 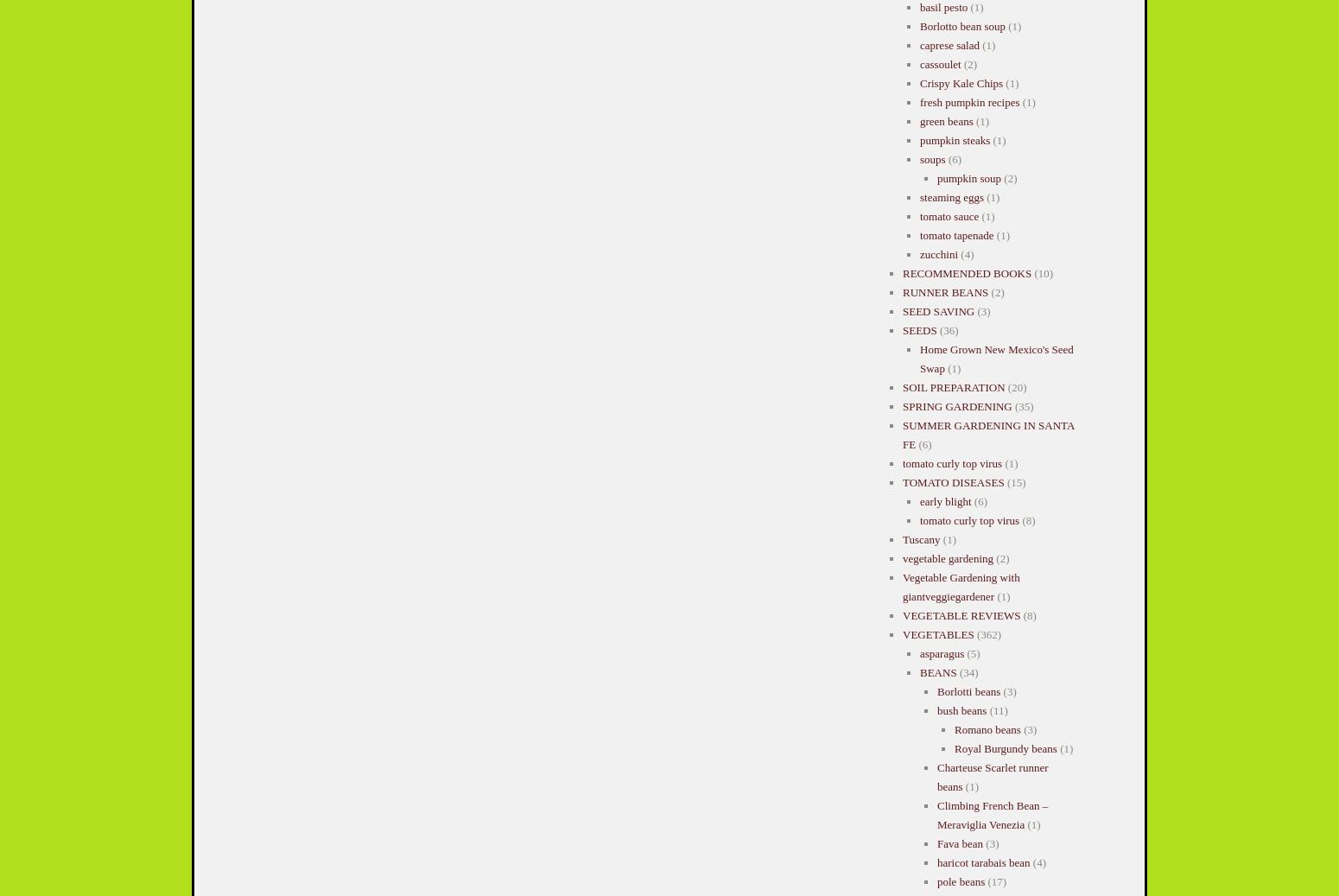 I want to click on 'RUNNER BEANS', so click(x=944, y=291).